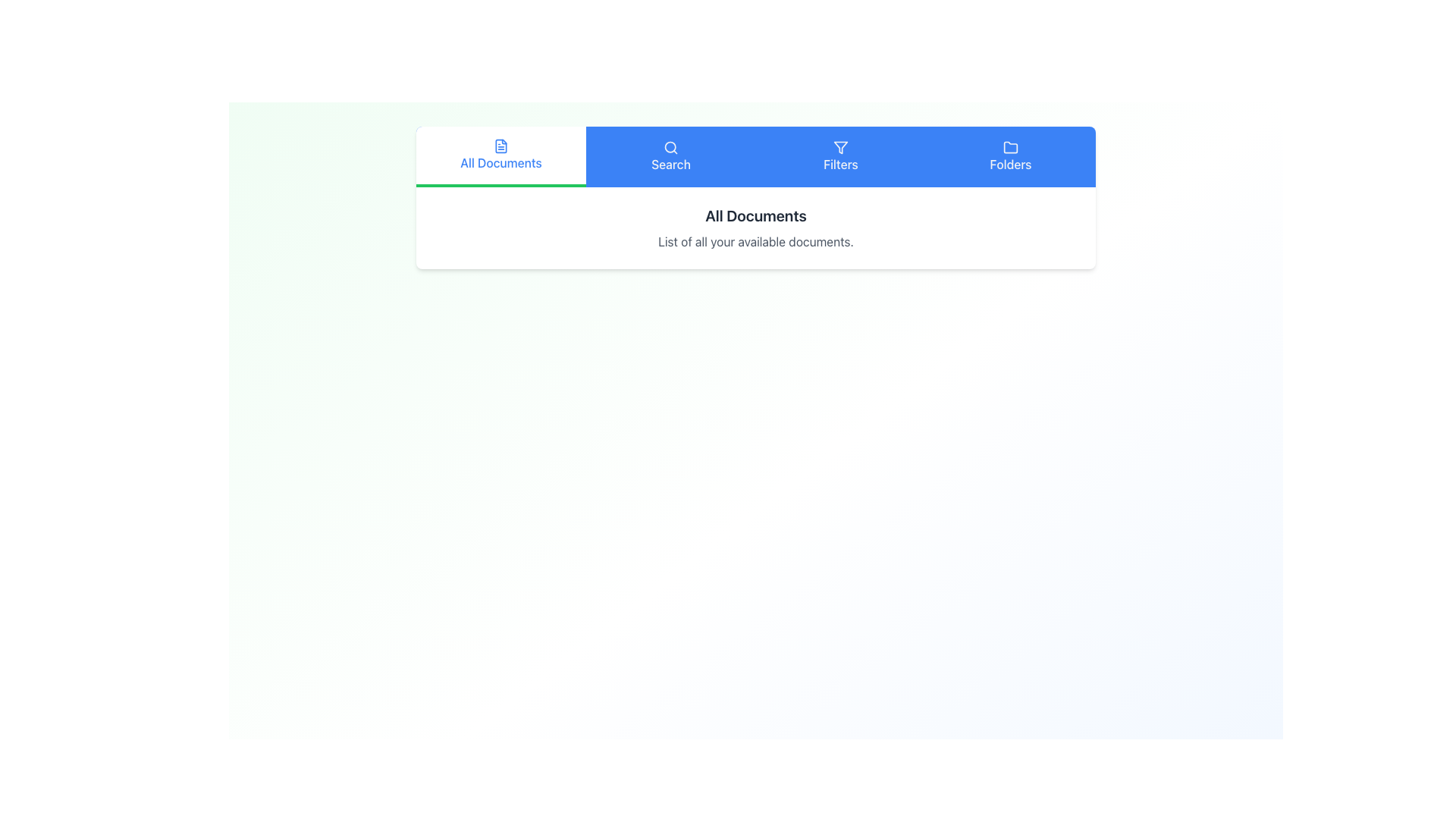 This screenshot has width=1456, height=819. Describe the element at coordinates (670, 157) in the screenshot. I see `the search button located in the second slot from the left in the horizontal navigation bar to initiate a search operation` at that location.